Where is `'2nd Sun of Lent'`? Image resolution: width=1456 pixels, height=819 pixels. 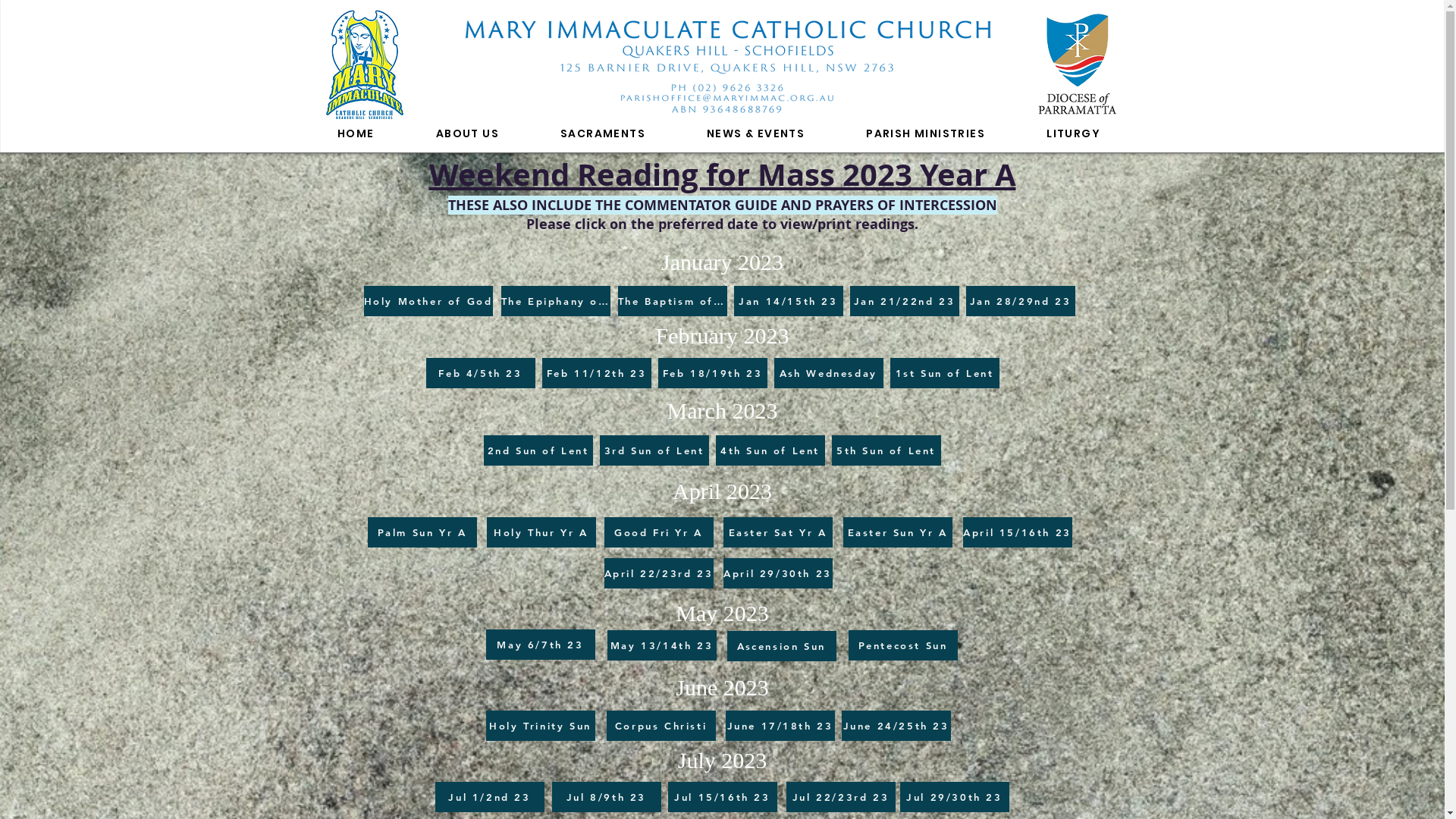
'2nd Sun of Lent' is located at coordinates (538, 450).